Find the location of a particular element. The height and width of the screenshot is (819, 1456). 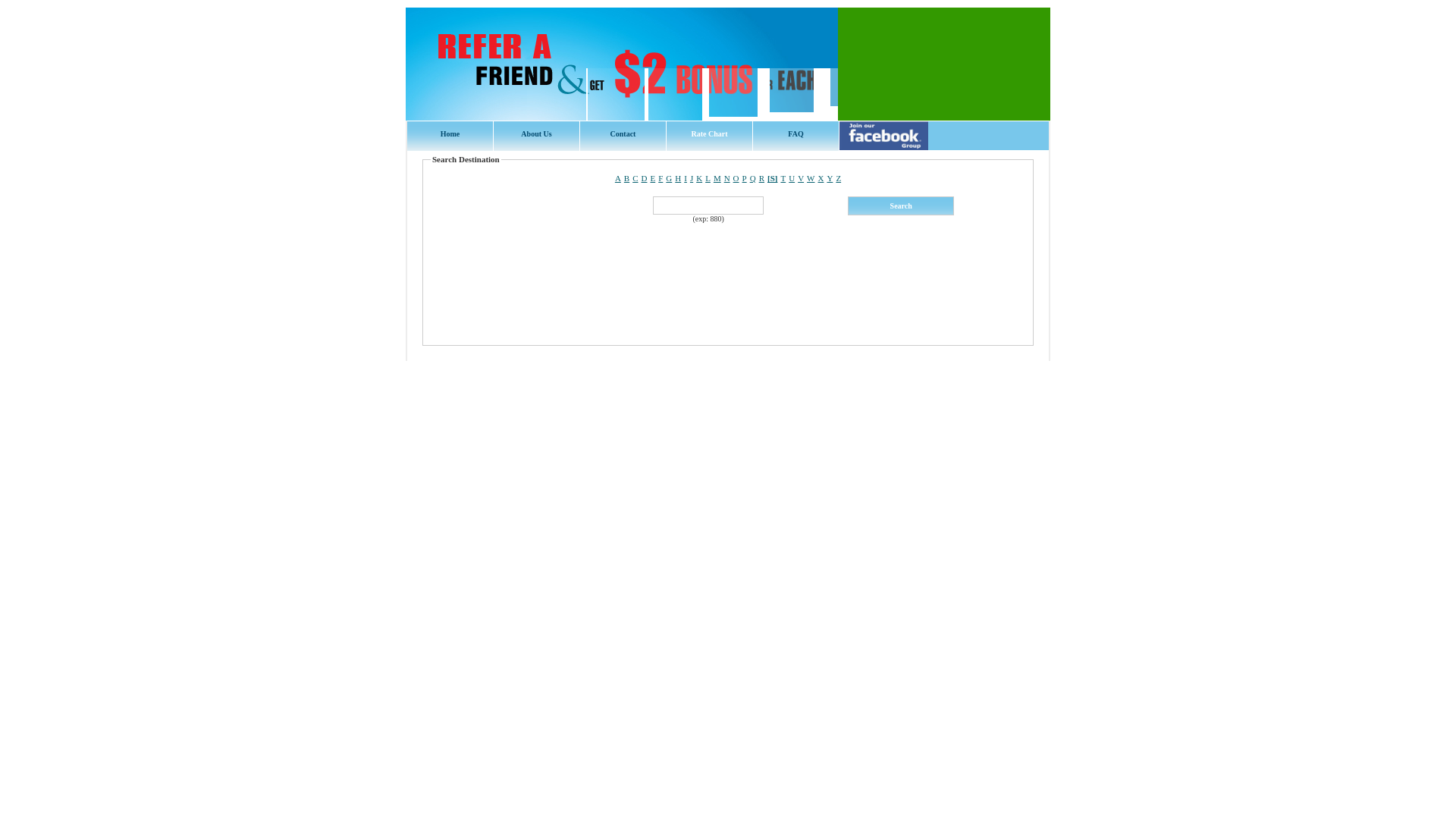

'Contact' is located at coordinates (623, 134).